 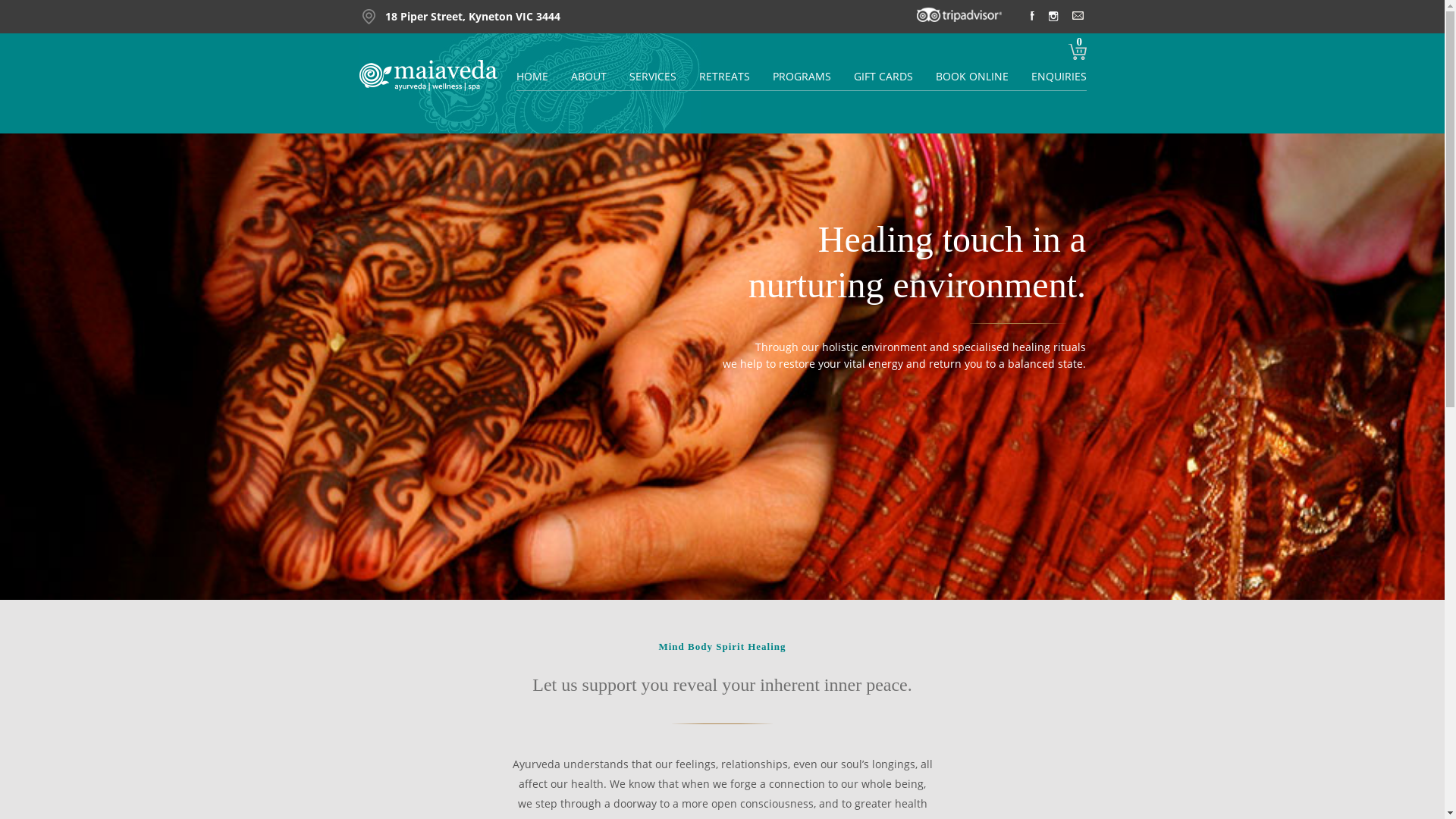 I want to click on 'ENQUIRIES', so click(x=1058, y=76).